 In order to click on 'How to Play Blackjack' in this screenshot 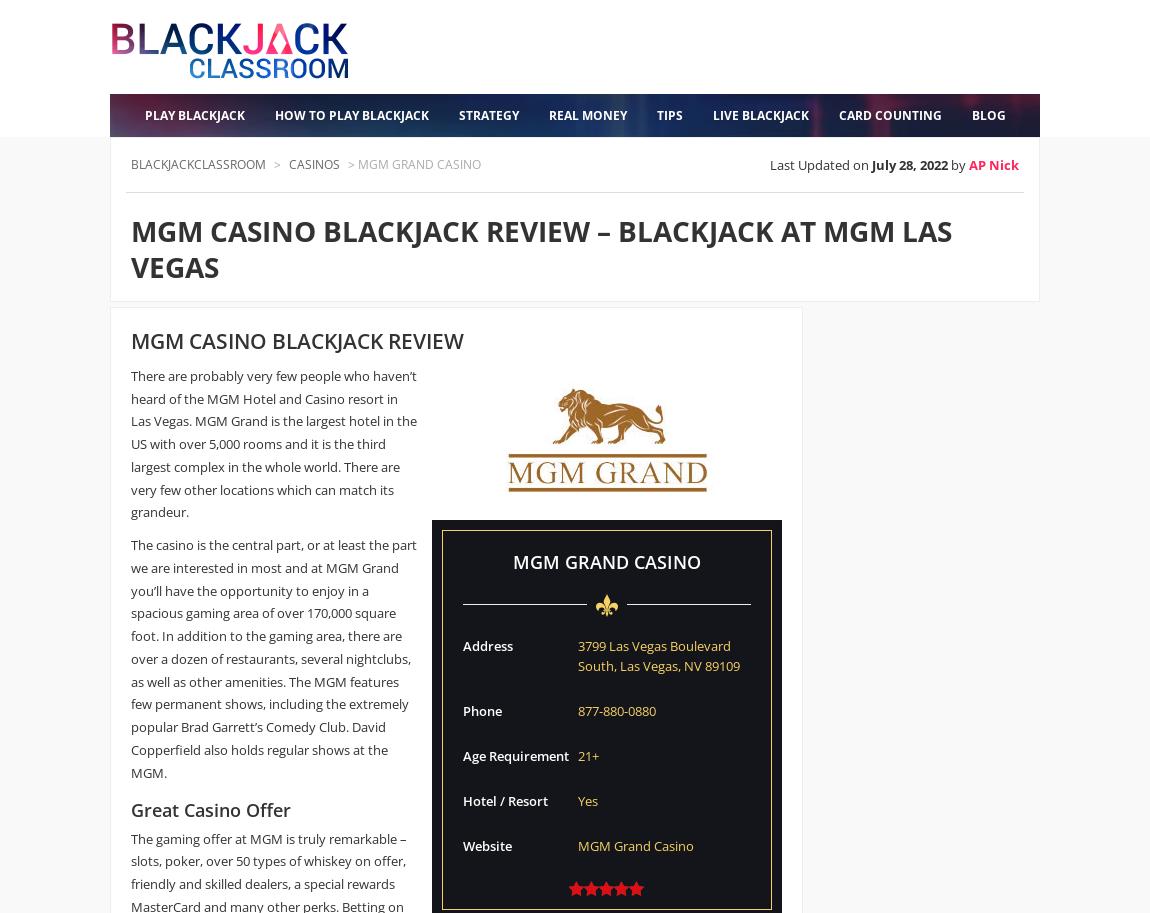, I will do `click(350, 115)`.